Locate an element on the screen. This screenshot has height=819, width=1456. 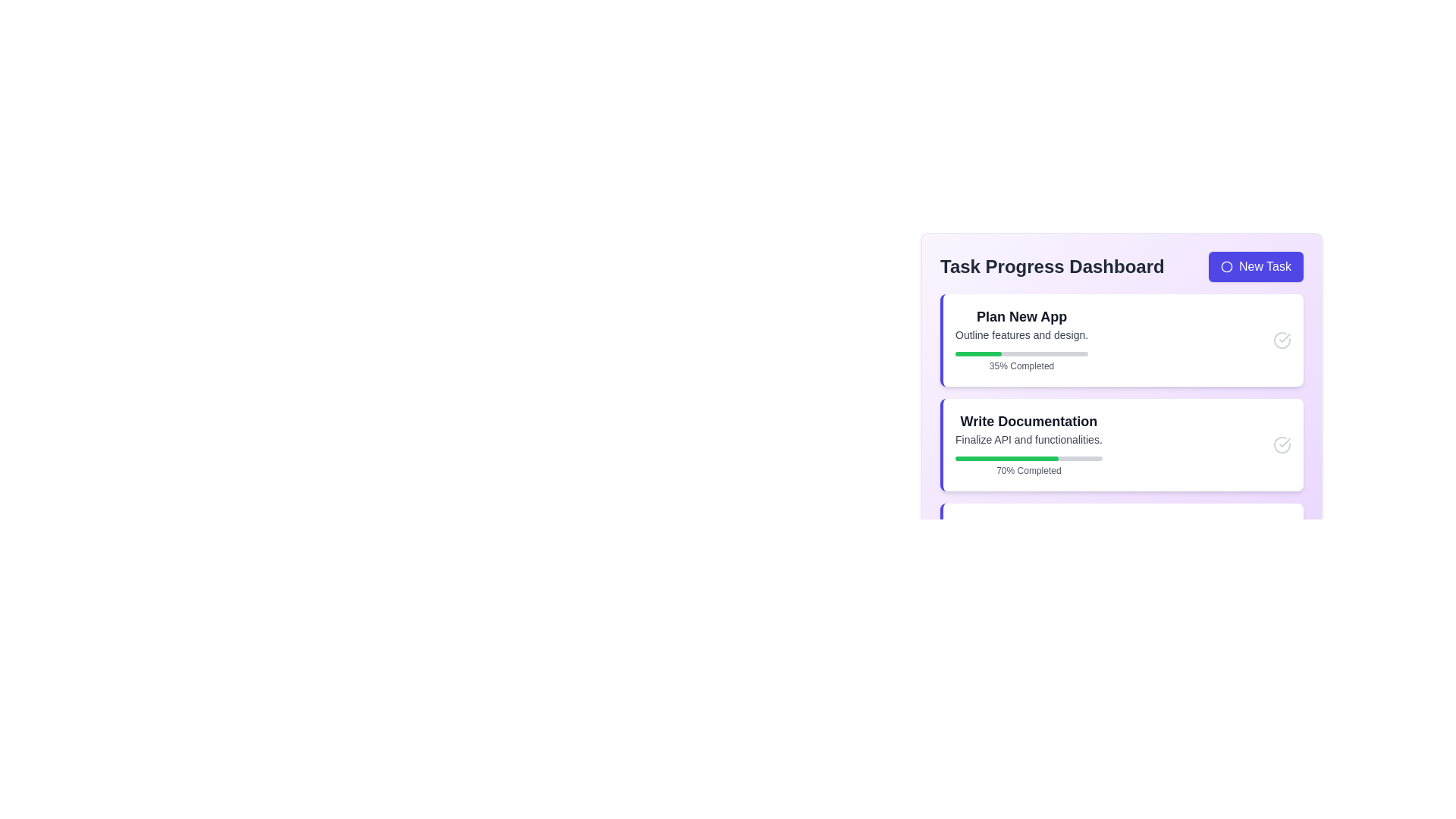
the Progress Indicator with Label located in the 'Write Documentation' card, which visually displays the progress of a task with a percentage is located at coordinates (1028, 462).